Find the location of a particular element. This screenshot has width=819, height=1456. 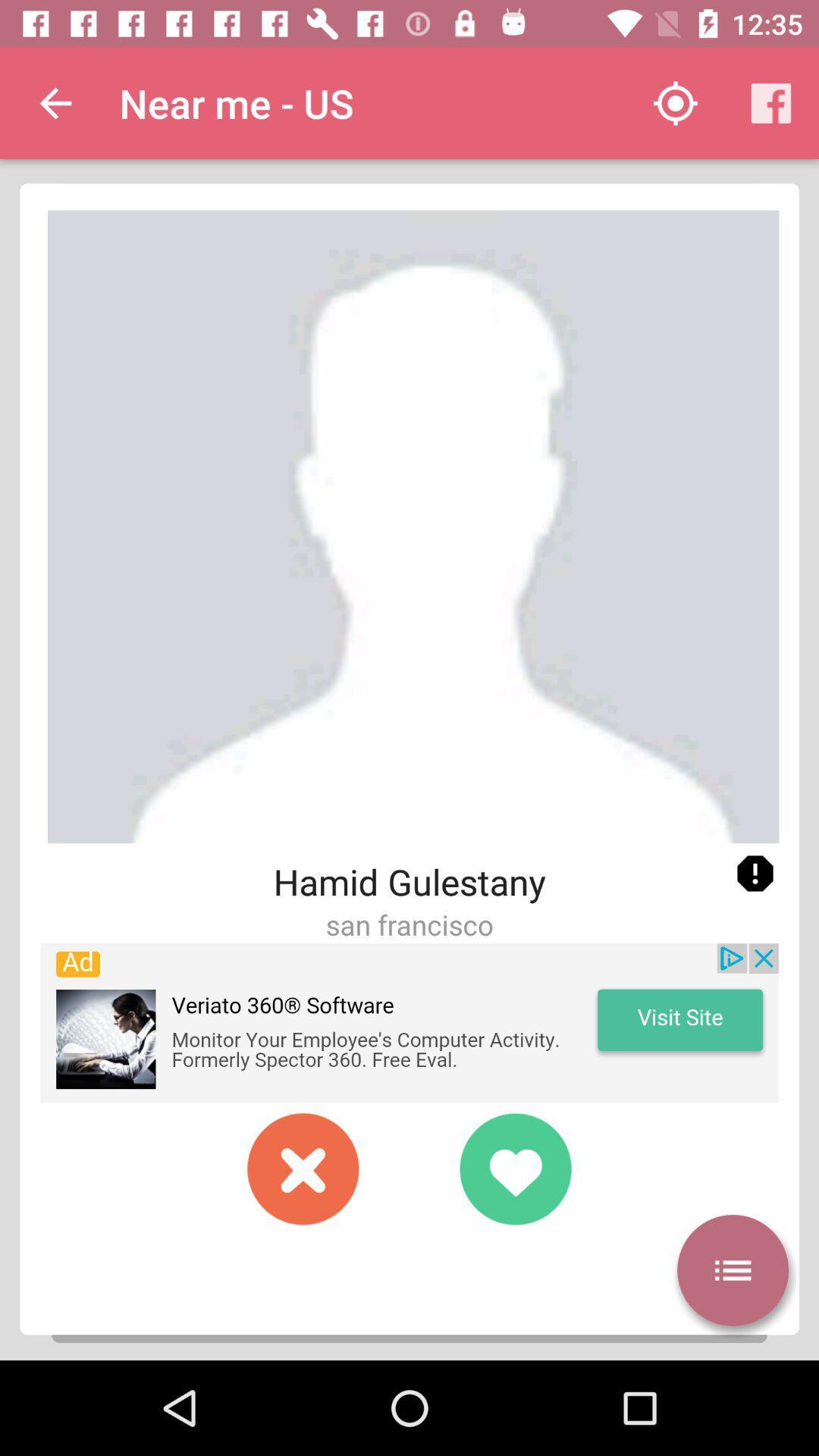

the list icon is located at coordinates (732, 1270).